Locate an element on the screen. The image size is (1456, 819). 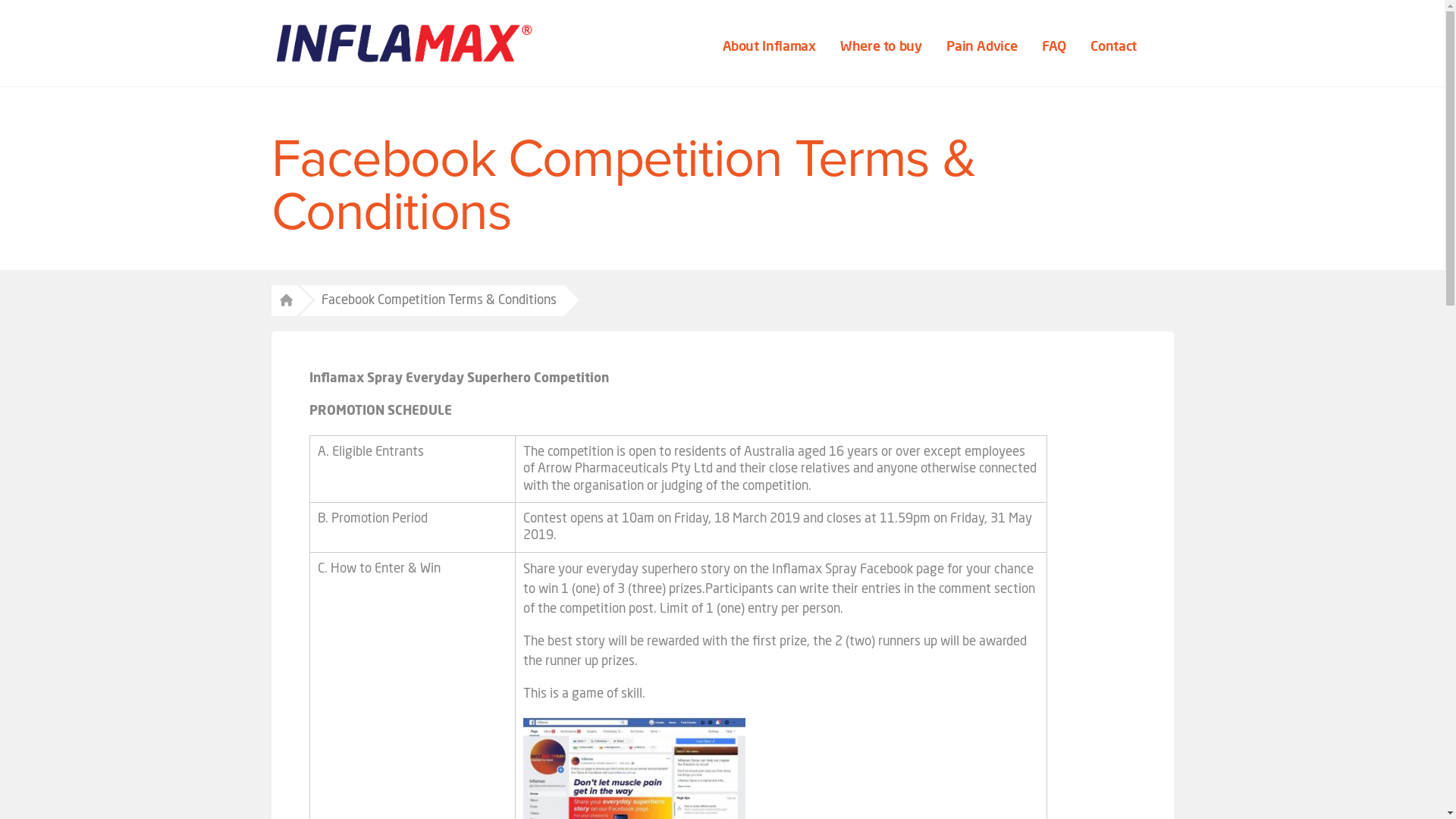
'Home' is located at coordinates (284, 301).